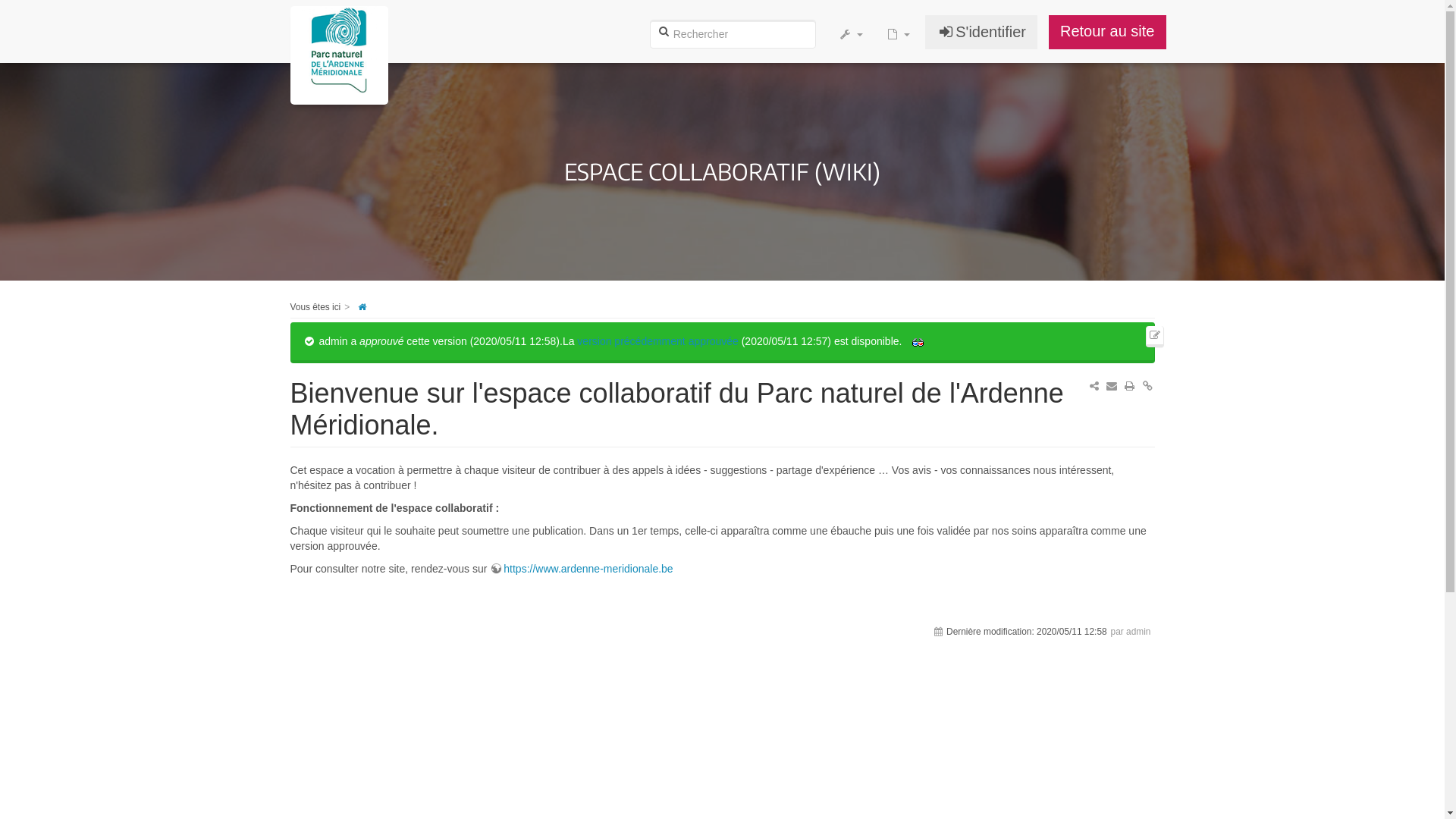 Image resolution: width=1456 pixels, height=819 pixels. I want to click on 'Partager sur ...', so click(1094, 385).